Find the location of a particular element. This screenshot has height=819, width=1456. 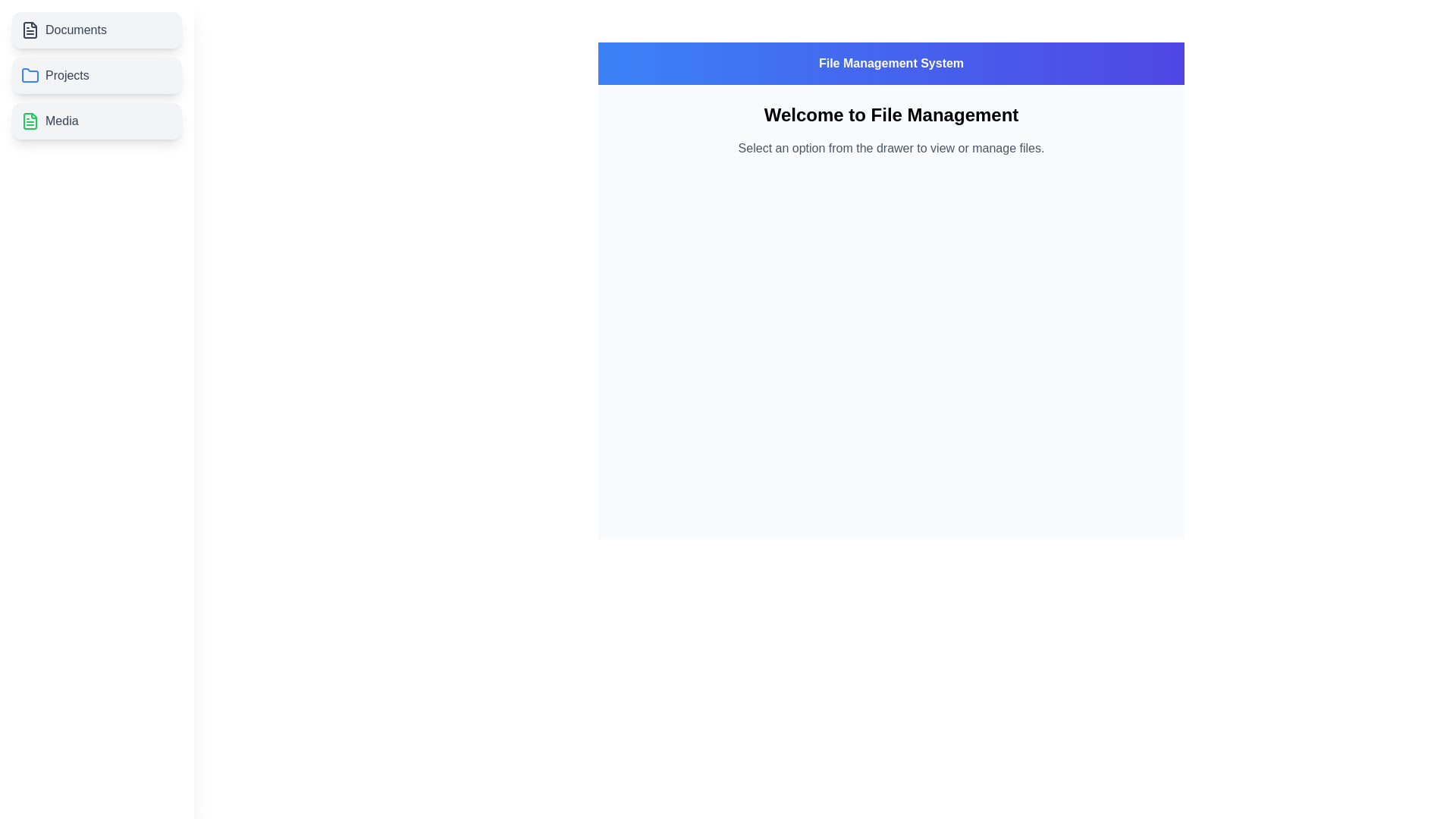

toggle button to open or close the drawer is located at coordinates (30, 30).